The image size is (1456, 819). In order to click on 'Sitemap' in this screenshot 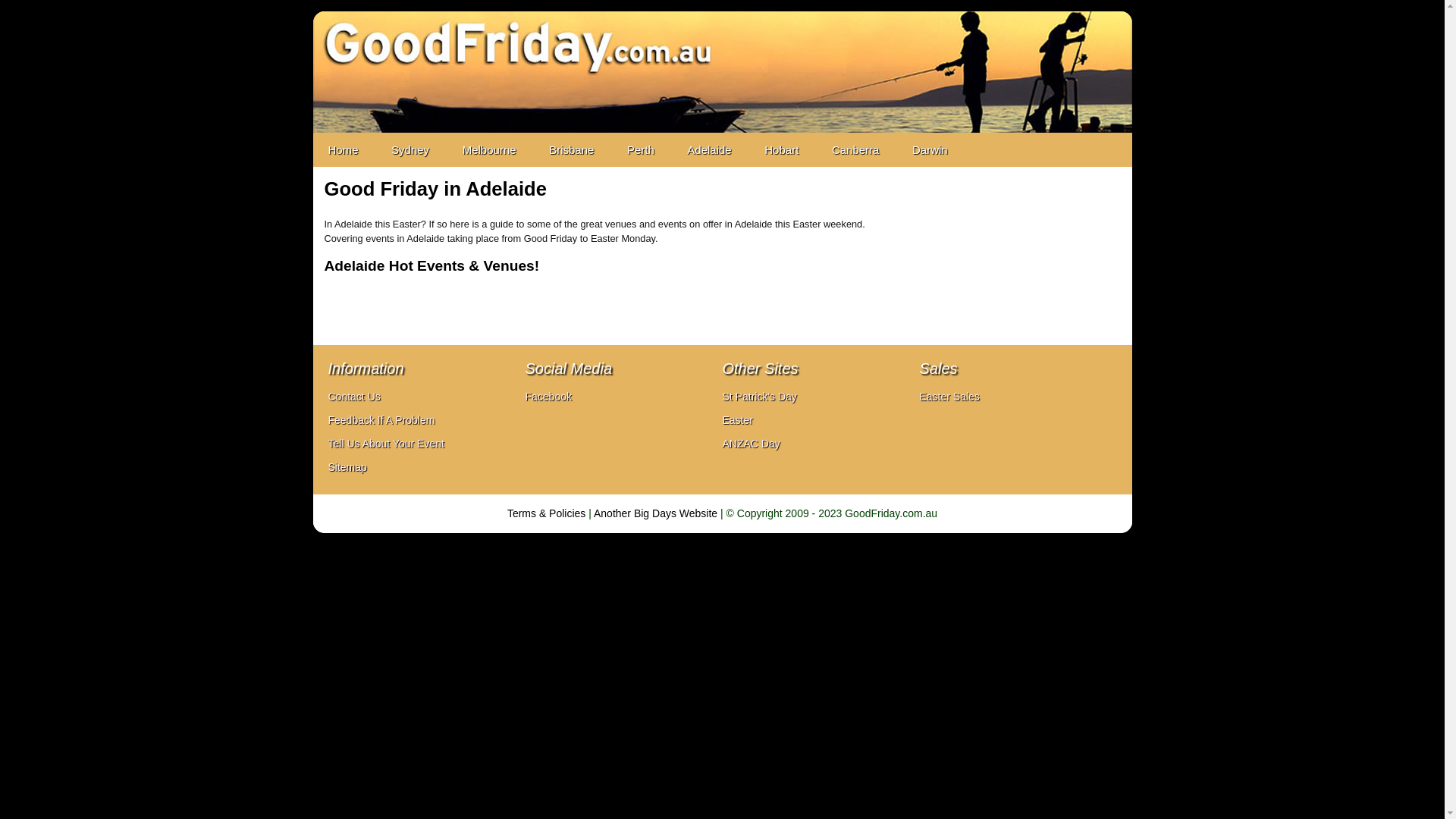, I will do `click(346, 466)`.